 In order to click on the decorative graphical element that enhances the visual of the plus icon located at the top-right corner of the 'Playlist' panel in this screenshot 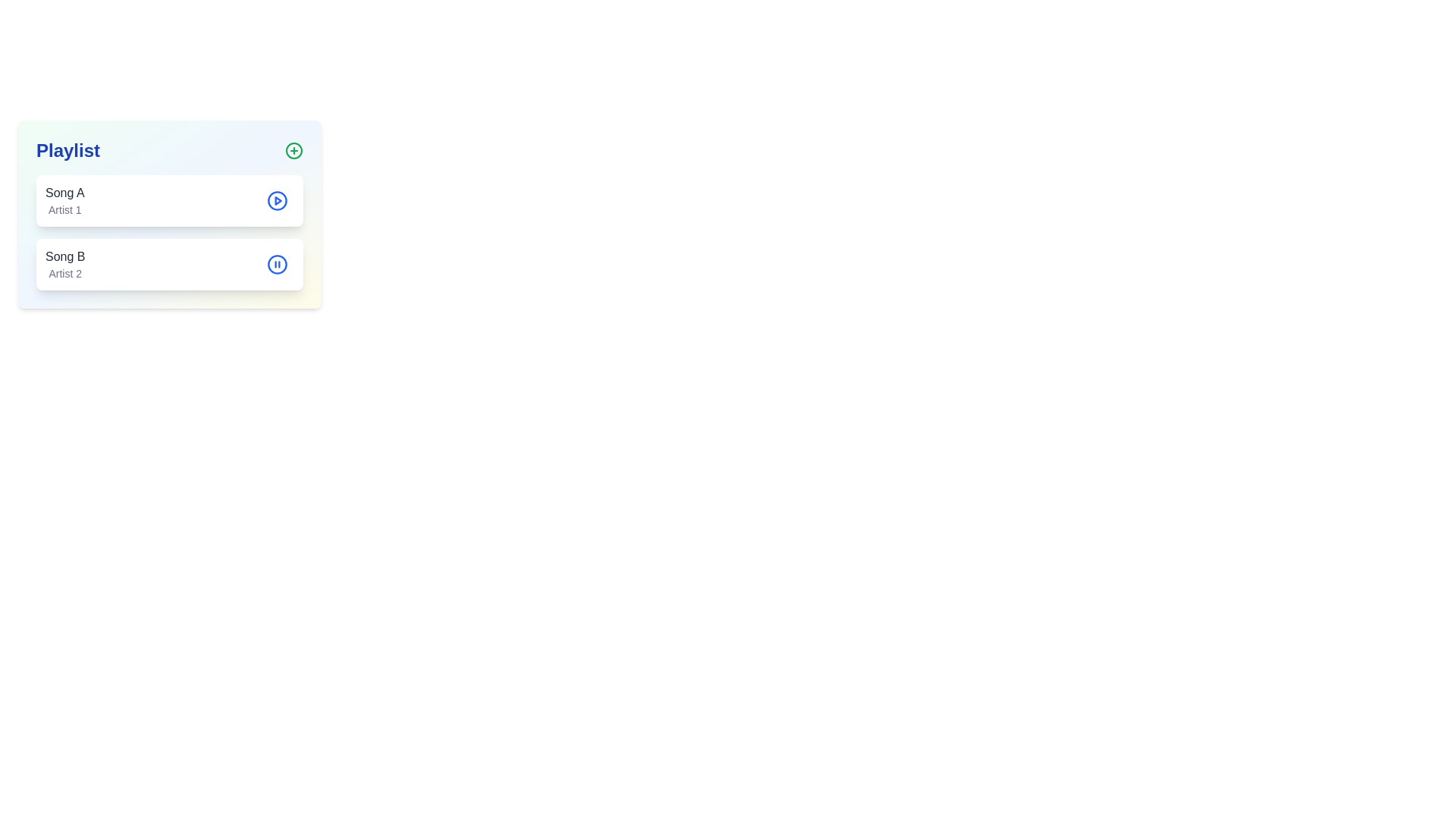, I will do `click(294, 151)`.